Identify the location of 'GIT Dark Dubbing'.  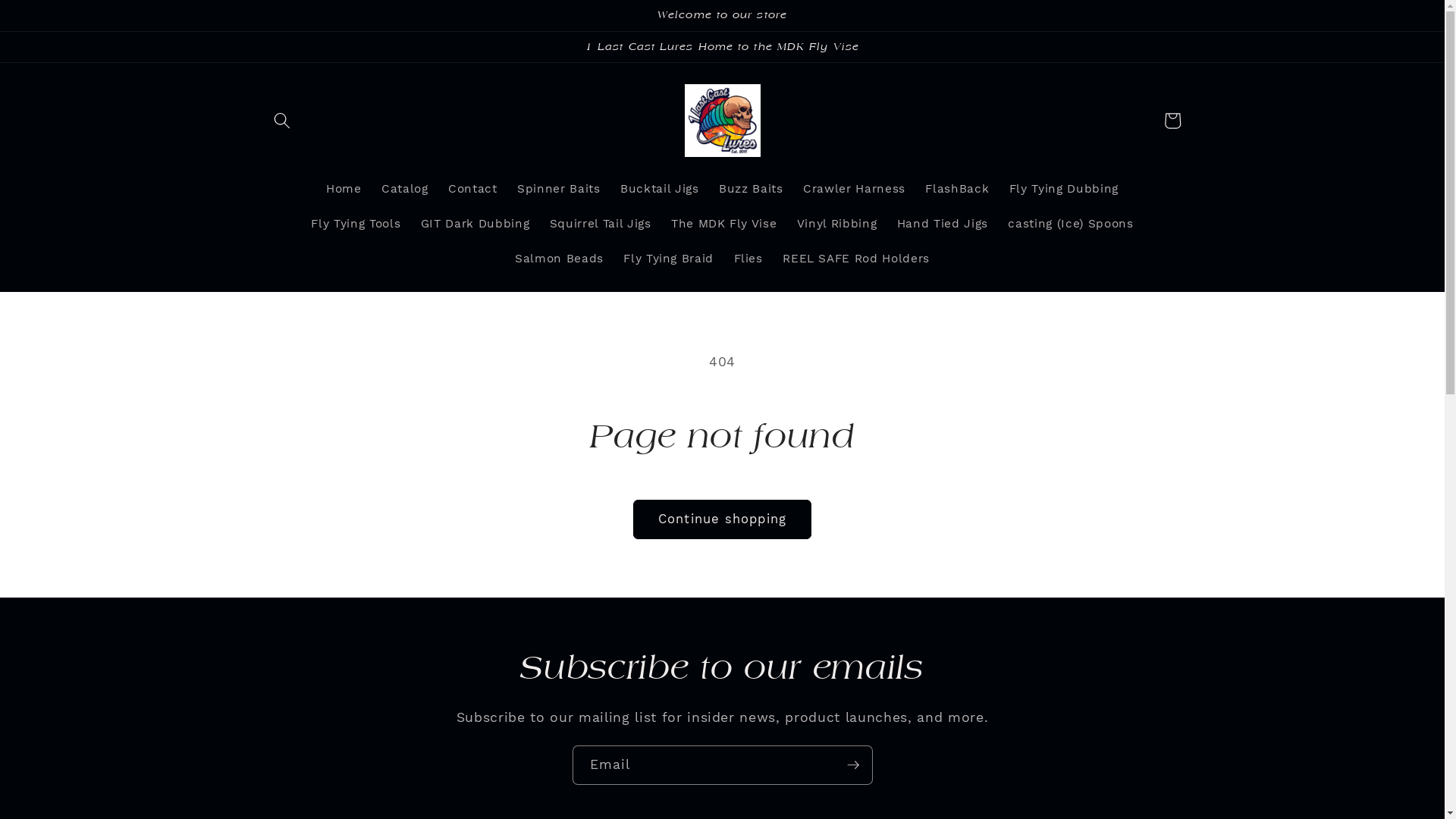
(473, 224).